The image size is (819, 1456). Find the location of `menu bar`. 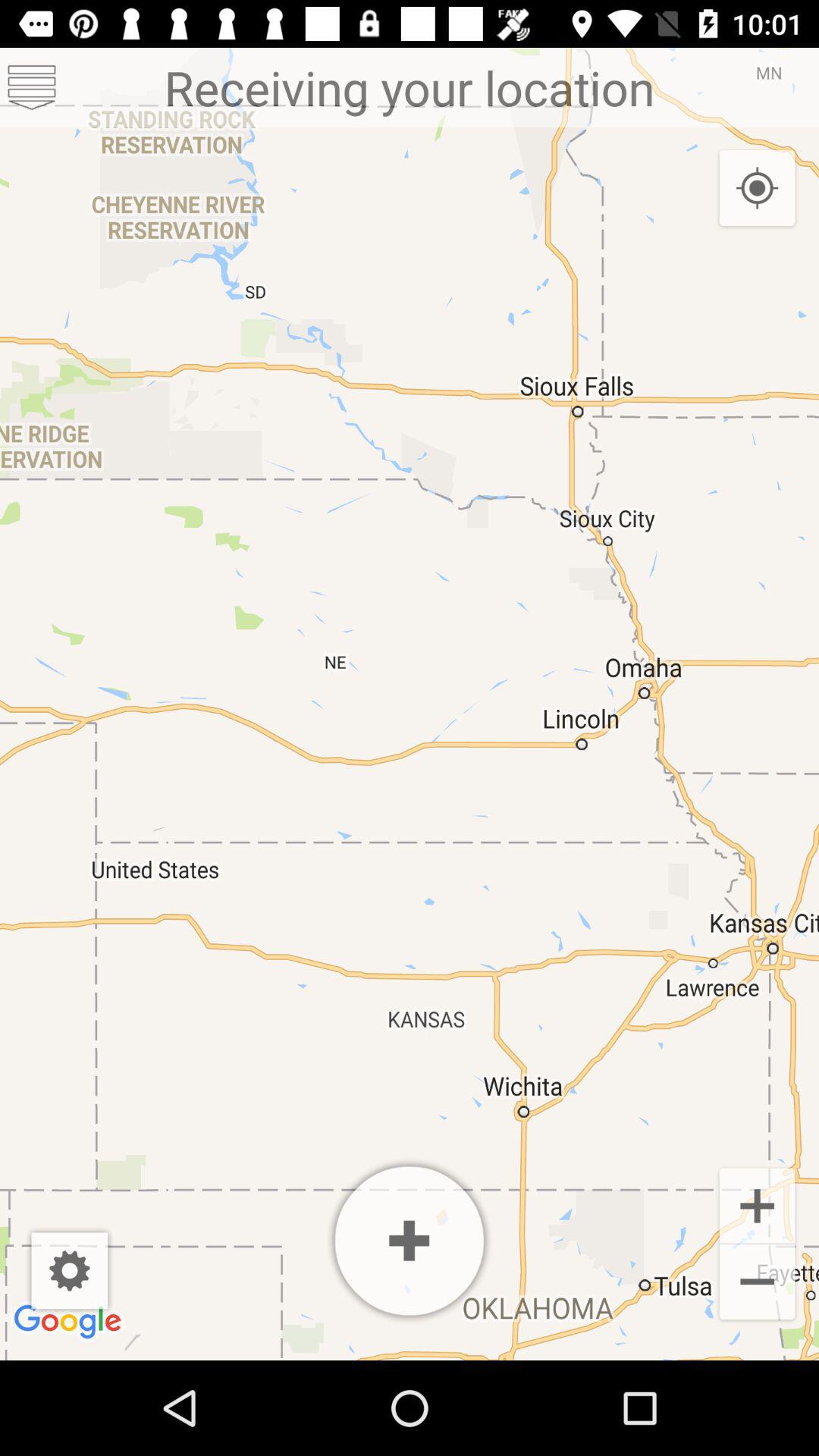

menu bar is located at coordinates (32, 86).